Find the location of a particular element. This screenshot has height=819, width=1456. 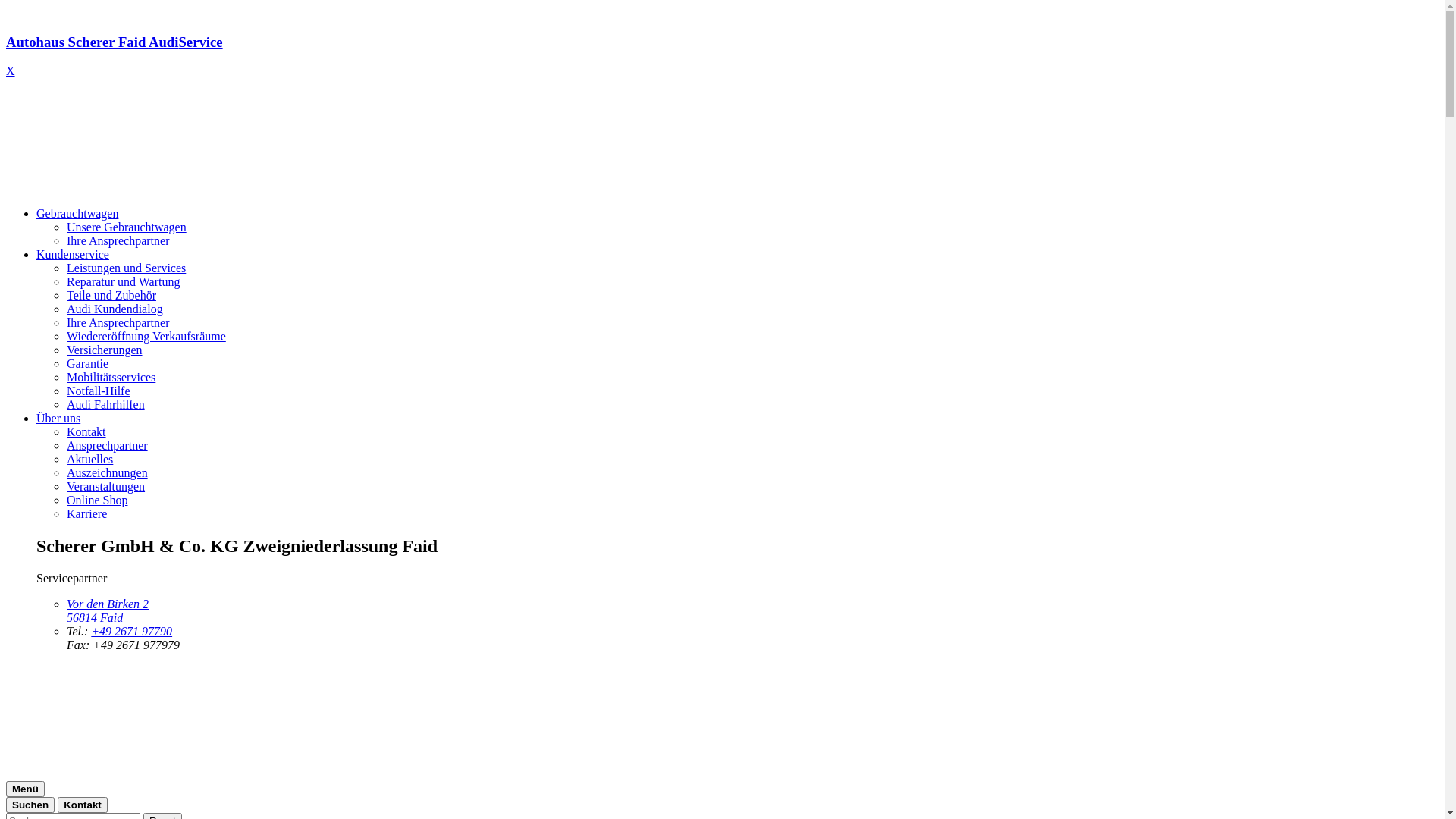

'Unsere Gebrauchtwagen' is located at coordinates (127, 227).